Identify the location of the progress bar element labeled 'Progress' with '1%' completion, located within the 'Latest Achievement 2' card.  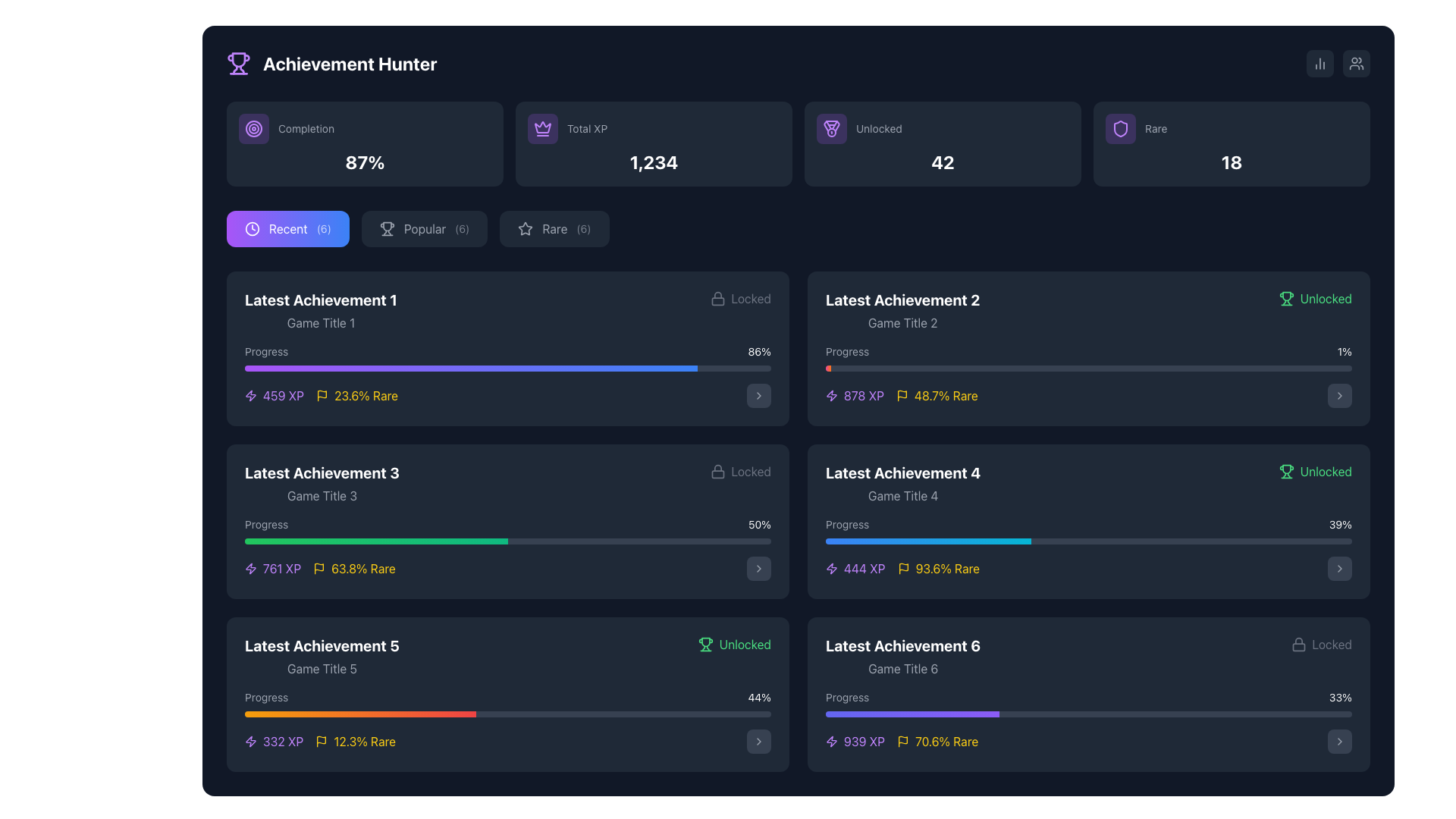
(1087, 357).